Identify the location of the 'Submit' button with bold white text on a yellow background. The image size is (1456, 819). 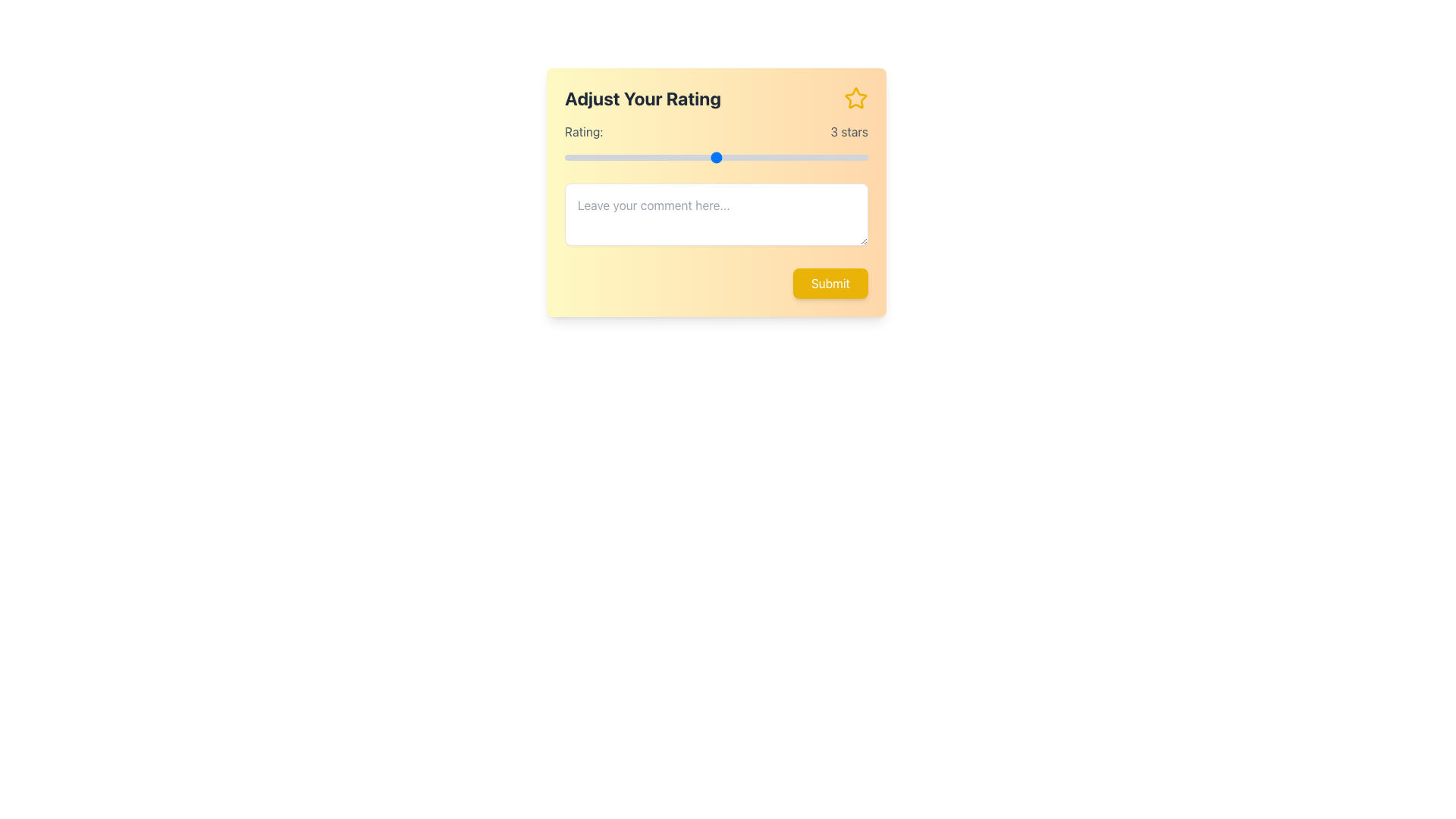
(830, 284).